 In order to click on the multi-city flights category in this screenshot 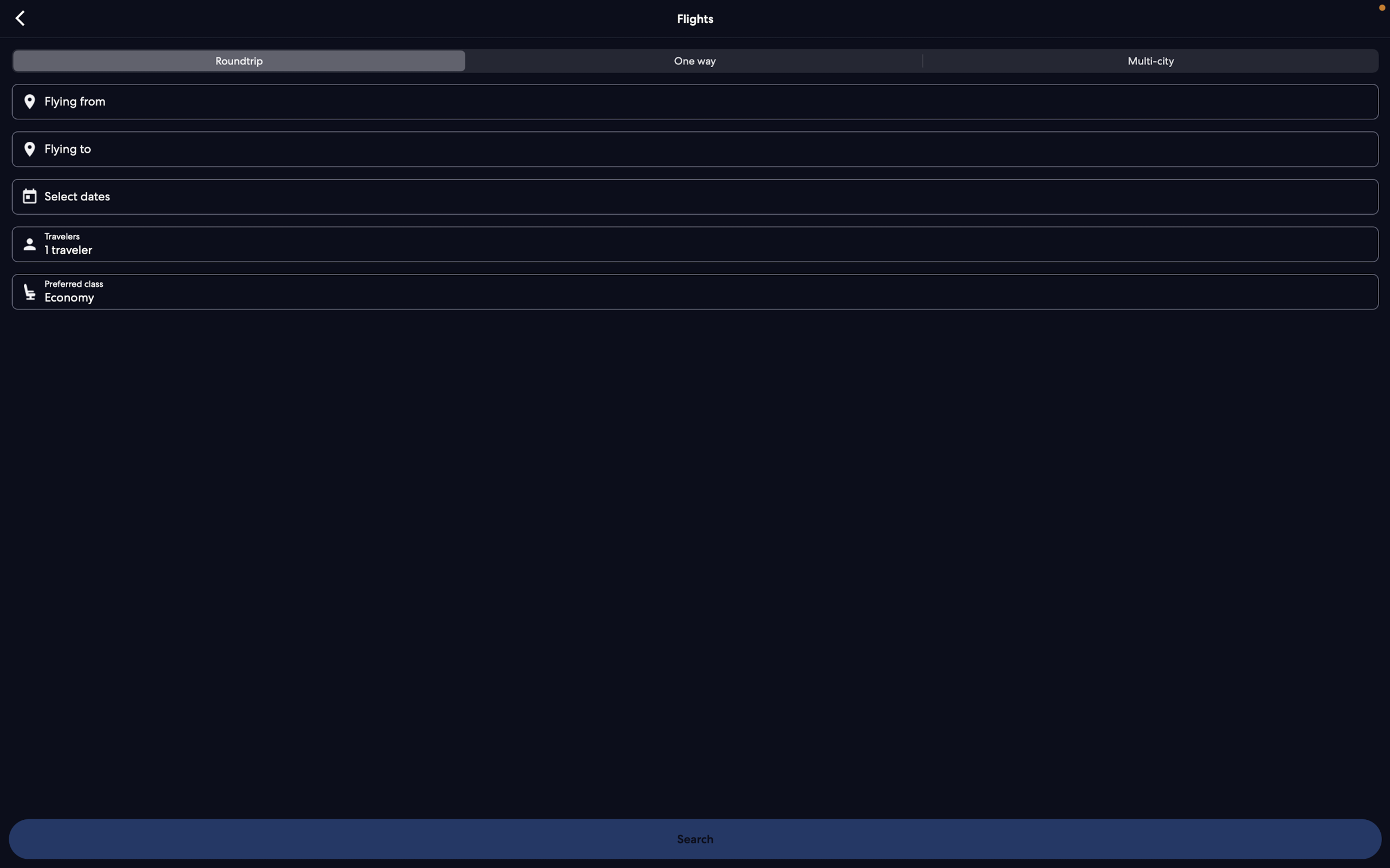, I will do `click(1147, 63)`.